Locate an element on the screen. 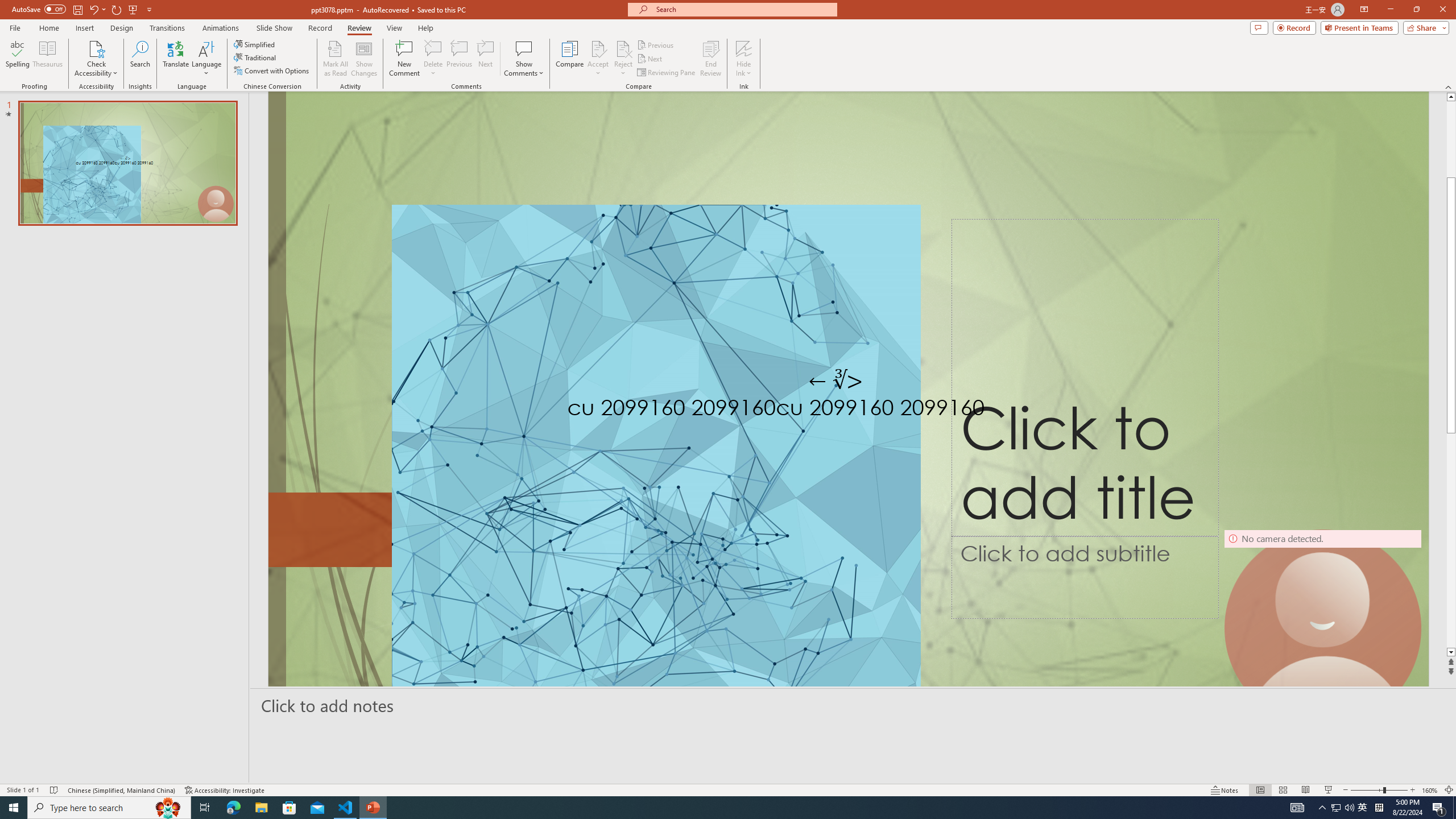 This screenshot has height=819, width=1456. 'Show Comments' is located at coordinates (524, 59).